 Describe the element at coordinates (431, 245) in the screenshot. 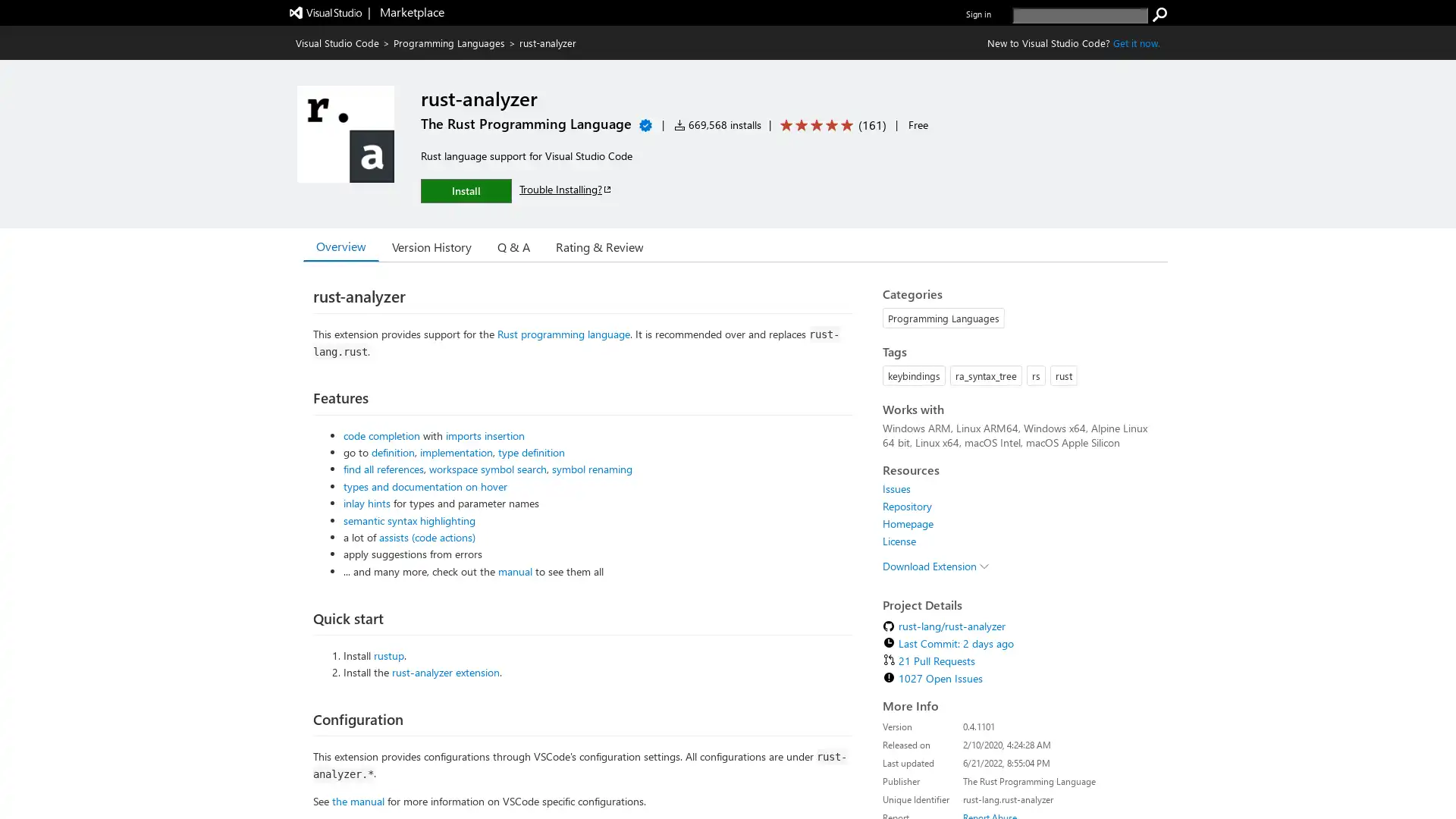

I see `Version History` at that location.